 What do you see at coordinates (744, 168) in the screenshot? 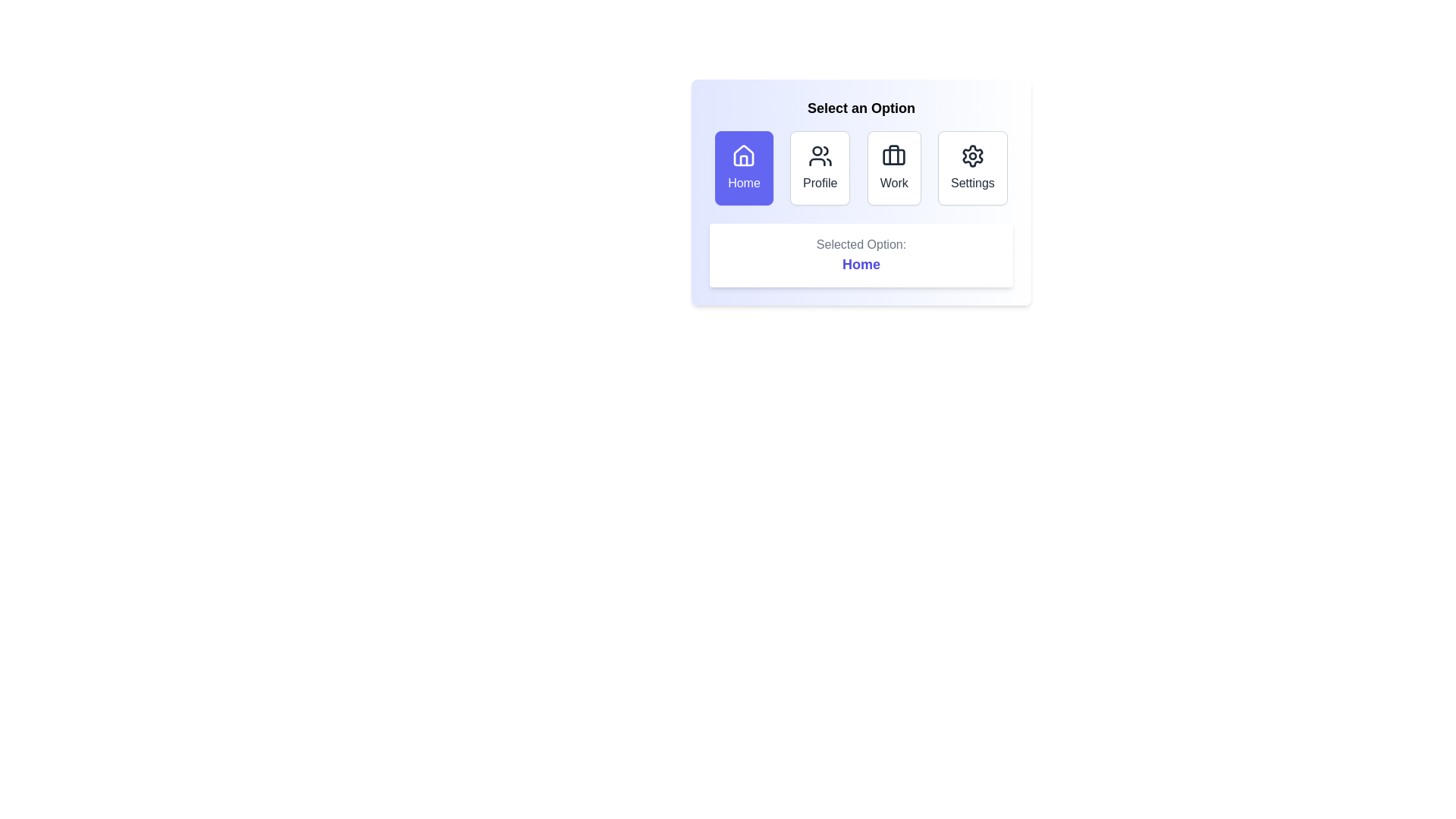
I see `the Home button to select it` at bounding box center [744, 168].